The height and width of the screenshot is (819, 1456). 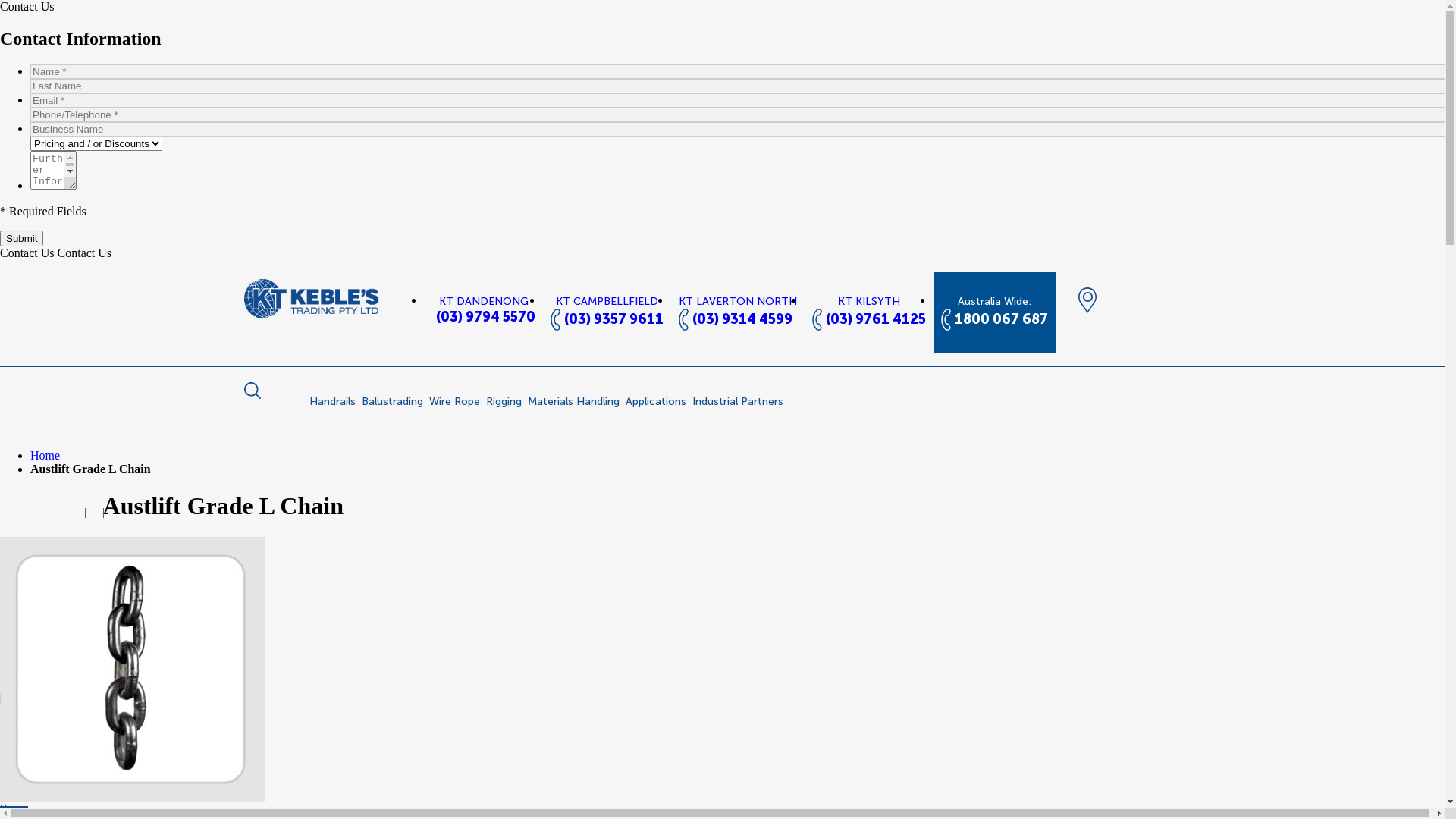 I want to click on 'Industrial Partners', so click(x=736, y=400).